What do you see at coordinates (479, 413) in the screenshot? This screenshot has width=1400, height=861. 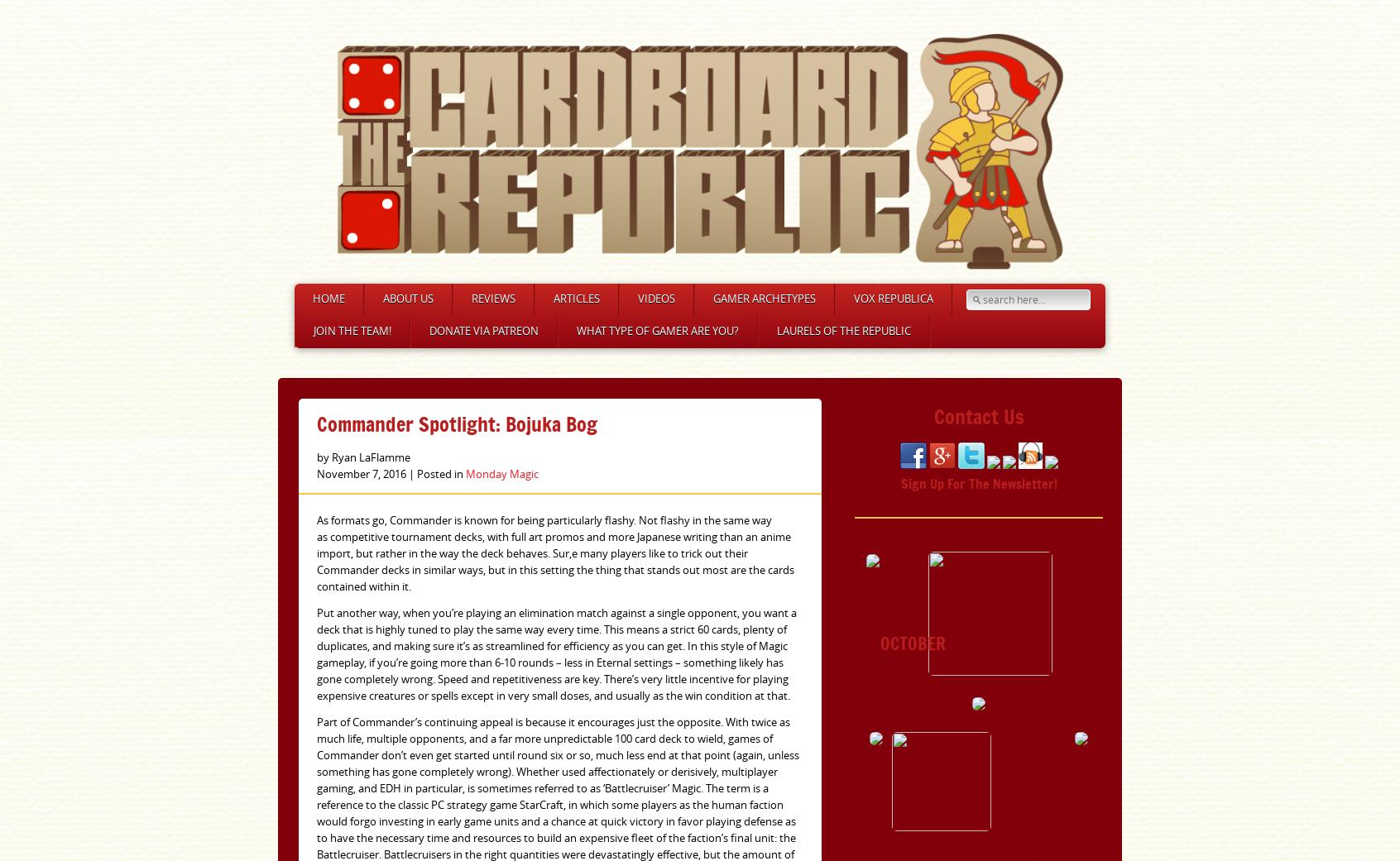 I see `'Board Game Patreon List'` at bounding box center [479, 413].